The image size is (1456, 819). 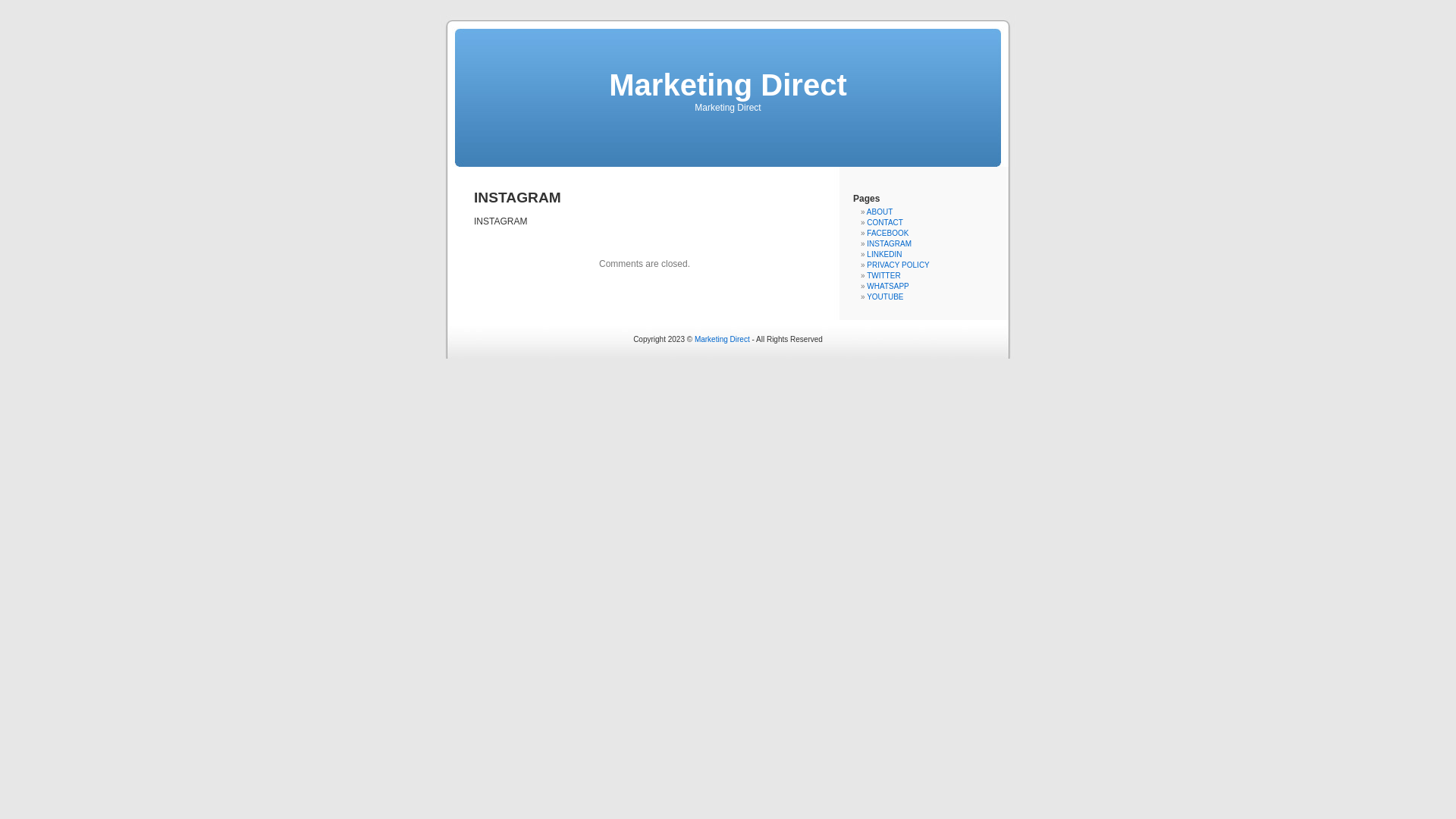 I want to click on 'TWITTER', so click(x=883, y=275).